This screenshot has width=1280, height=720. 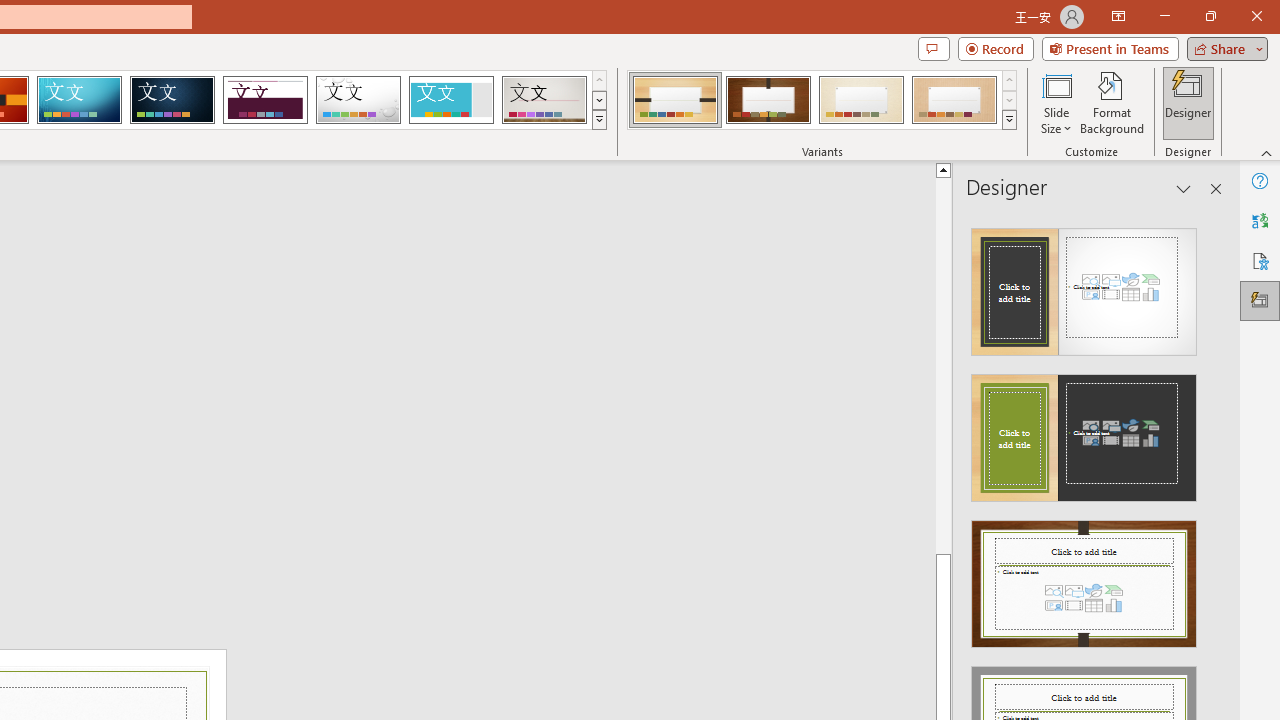 What do you see at coordinates (1083, 577) in the screenshot?
I see `'Design Idea'` at bounding box center [1083, 577].